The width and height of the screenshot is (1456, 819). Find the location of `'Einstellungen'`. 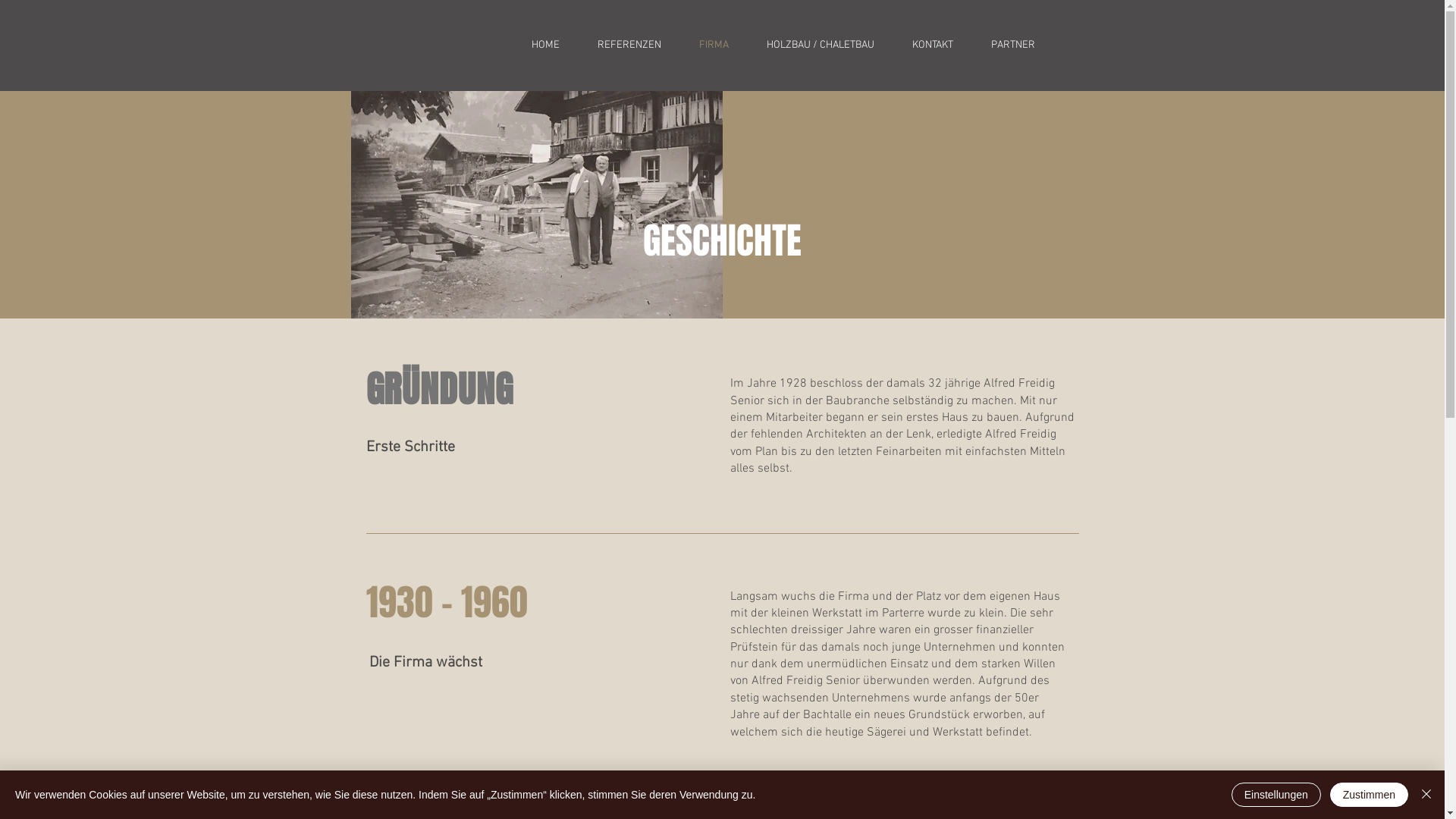

'Einstellungen' is located at coordinates (1276, 794).